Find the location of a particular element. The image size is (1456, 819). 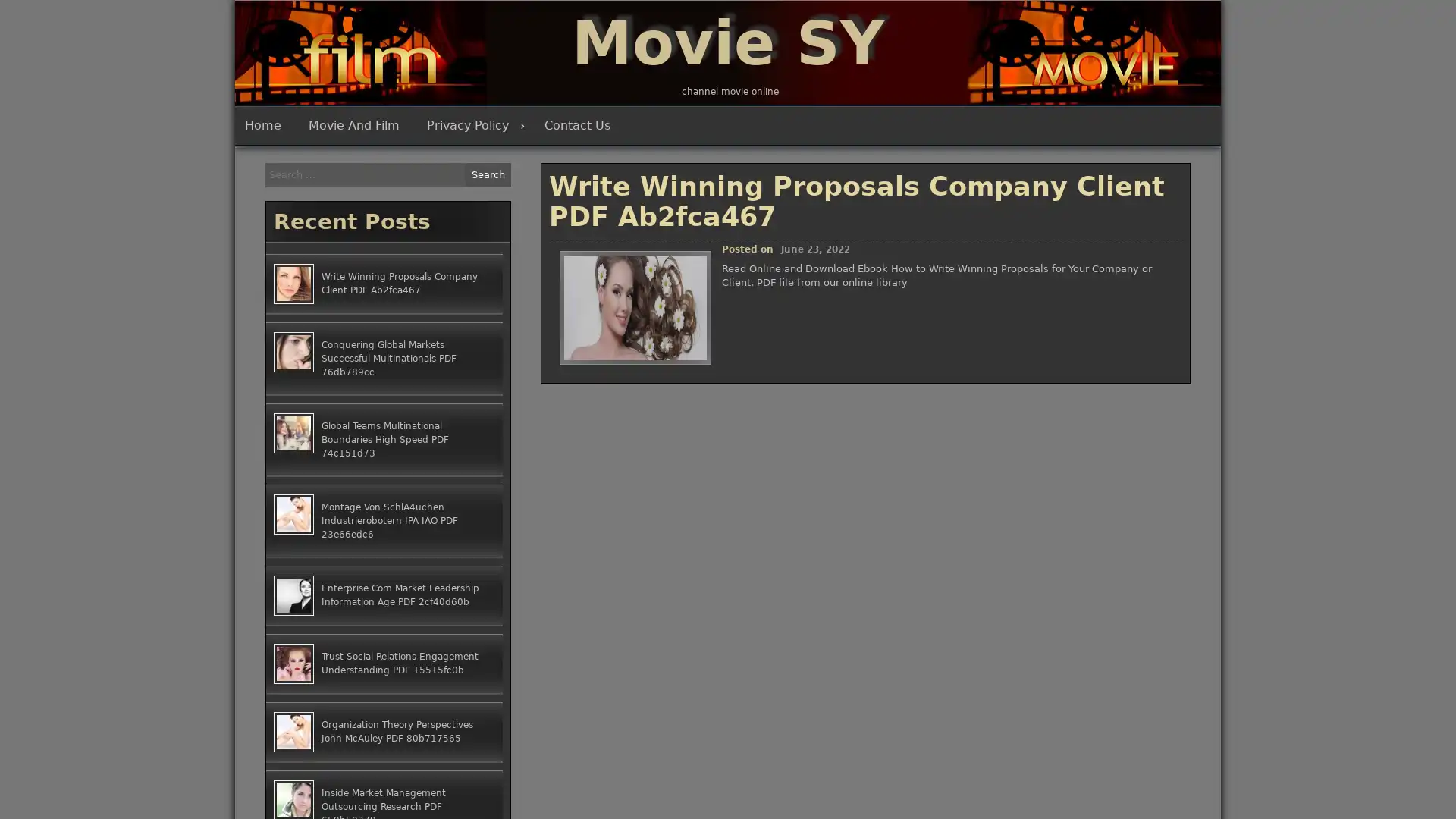

Search is located at coordinates (488, 174).